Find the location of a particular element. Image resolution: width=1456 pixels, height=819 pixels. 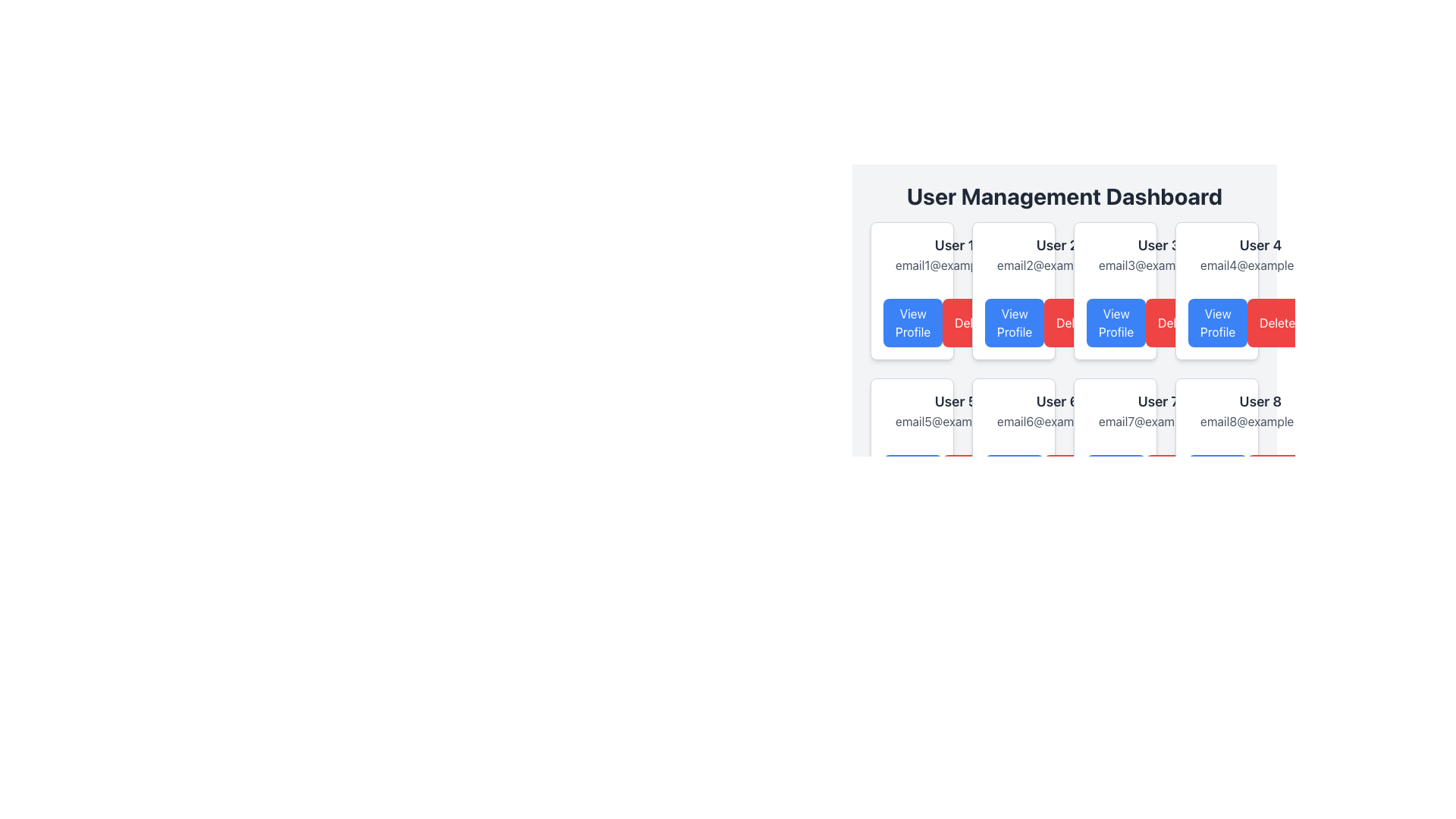

the email address text label associated with 'User 4', located on the right side of the User Management Dashboard, beneath the 'User 4' label is located at coordinates (1260, 265).